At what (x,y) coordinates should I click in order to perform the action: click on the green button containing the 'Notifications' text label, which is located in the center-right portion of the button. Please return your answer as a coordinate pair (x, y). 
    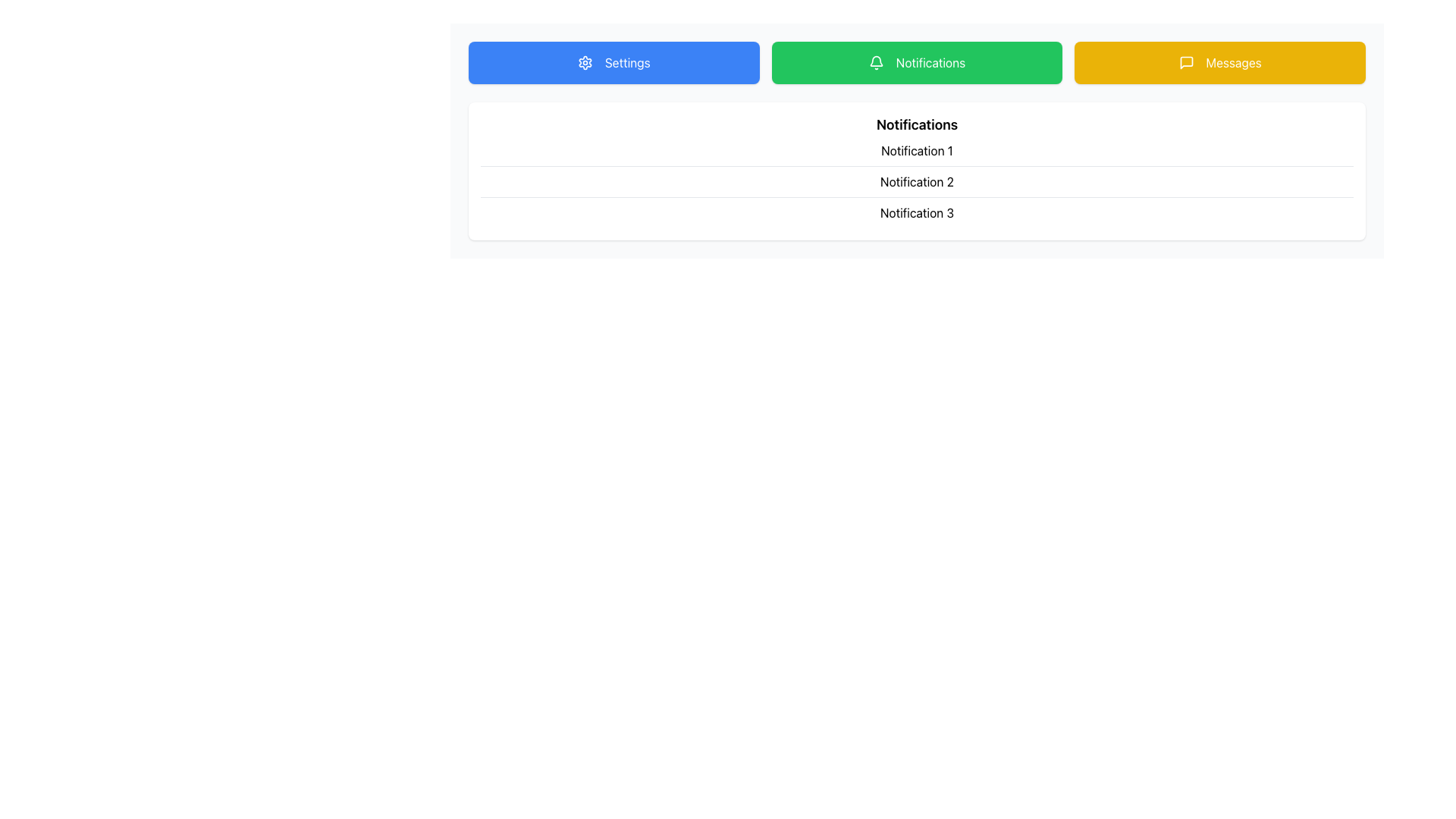
    Looking at the image, I should click on (930, 62).